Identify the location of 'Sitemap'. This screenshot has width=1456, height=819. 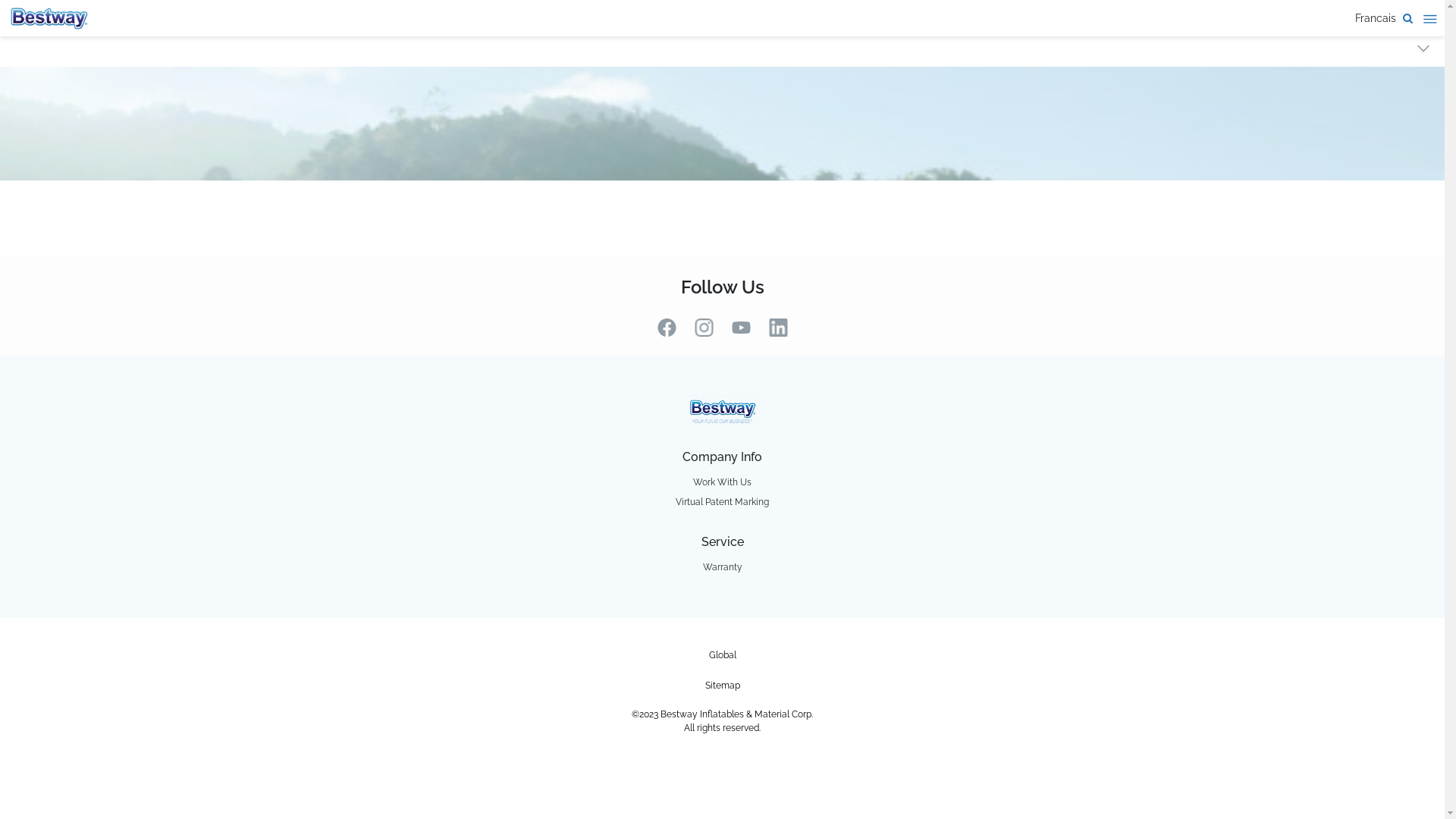
(722, 685).